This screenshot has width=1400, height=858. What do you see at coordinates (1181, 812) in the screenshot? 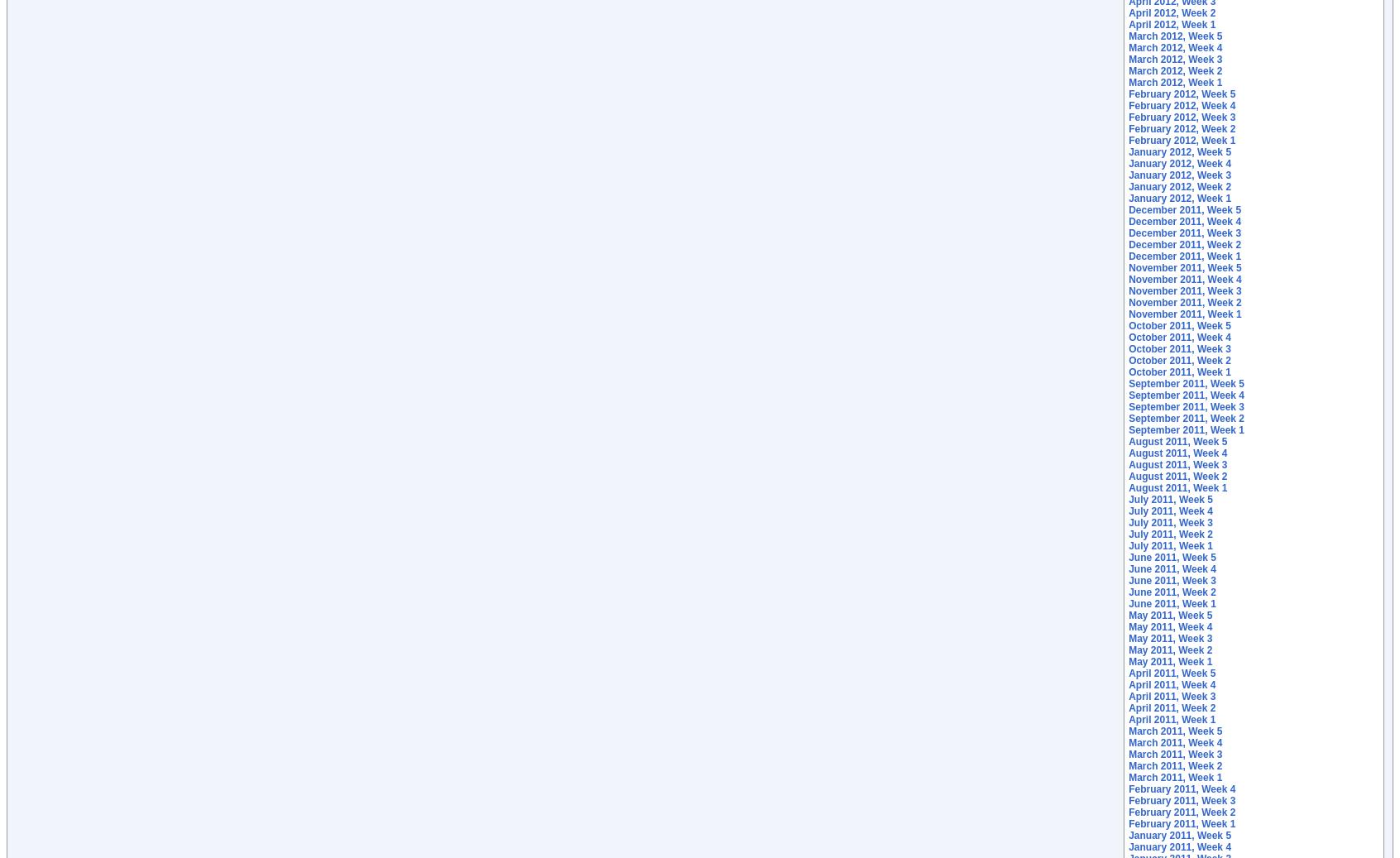
I see `'February 2011, Week 2'` at bounding box center [1181, 812].